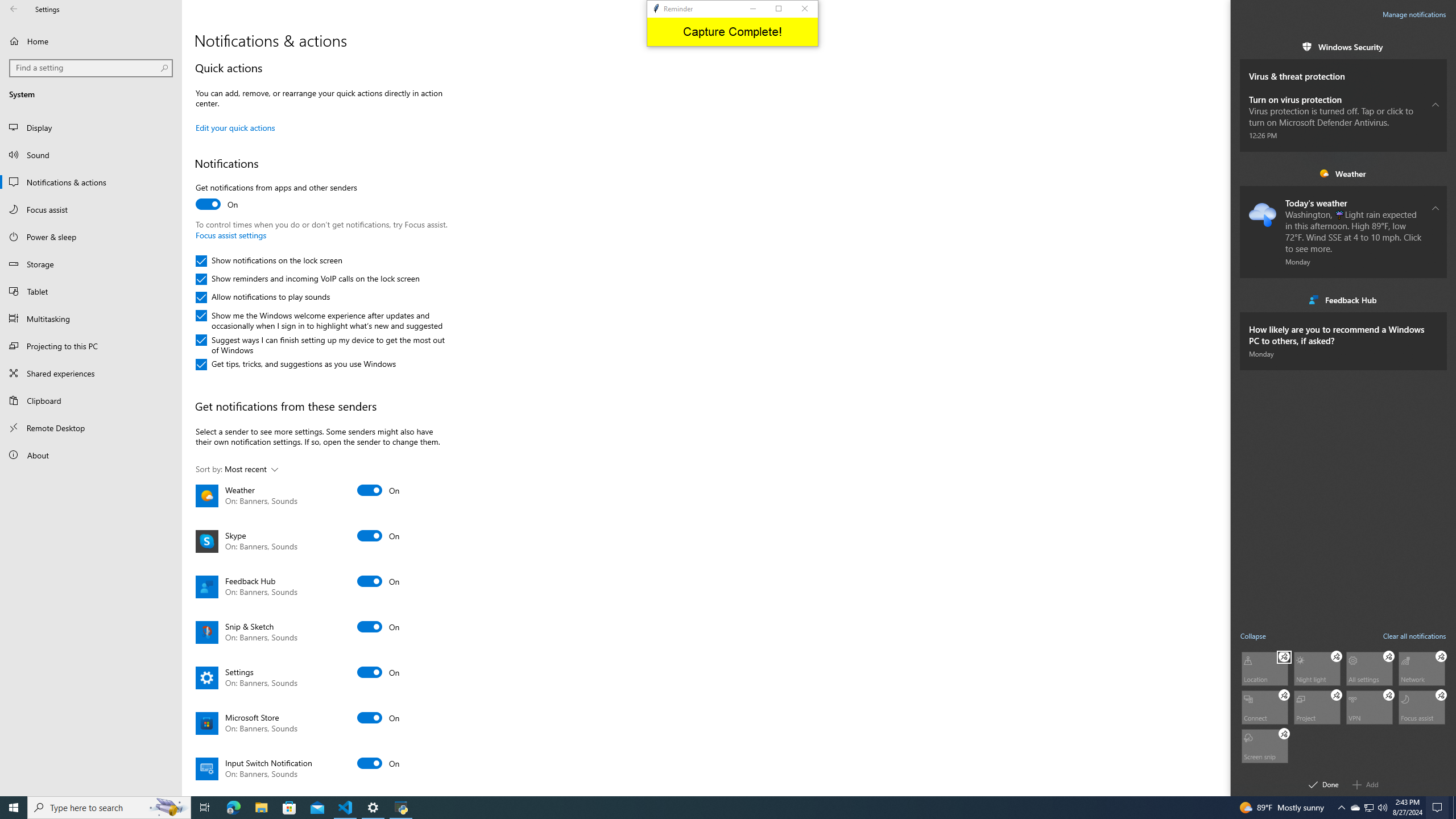 The height and width of the screenshot is (819, 1456). What do you see at coordinates (1388, 694) in the screenshot?
I see `'VPN Unpin'` at bounding box center [1388, 694].